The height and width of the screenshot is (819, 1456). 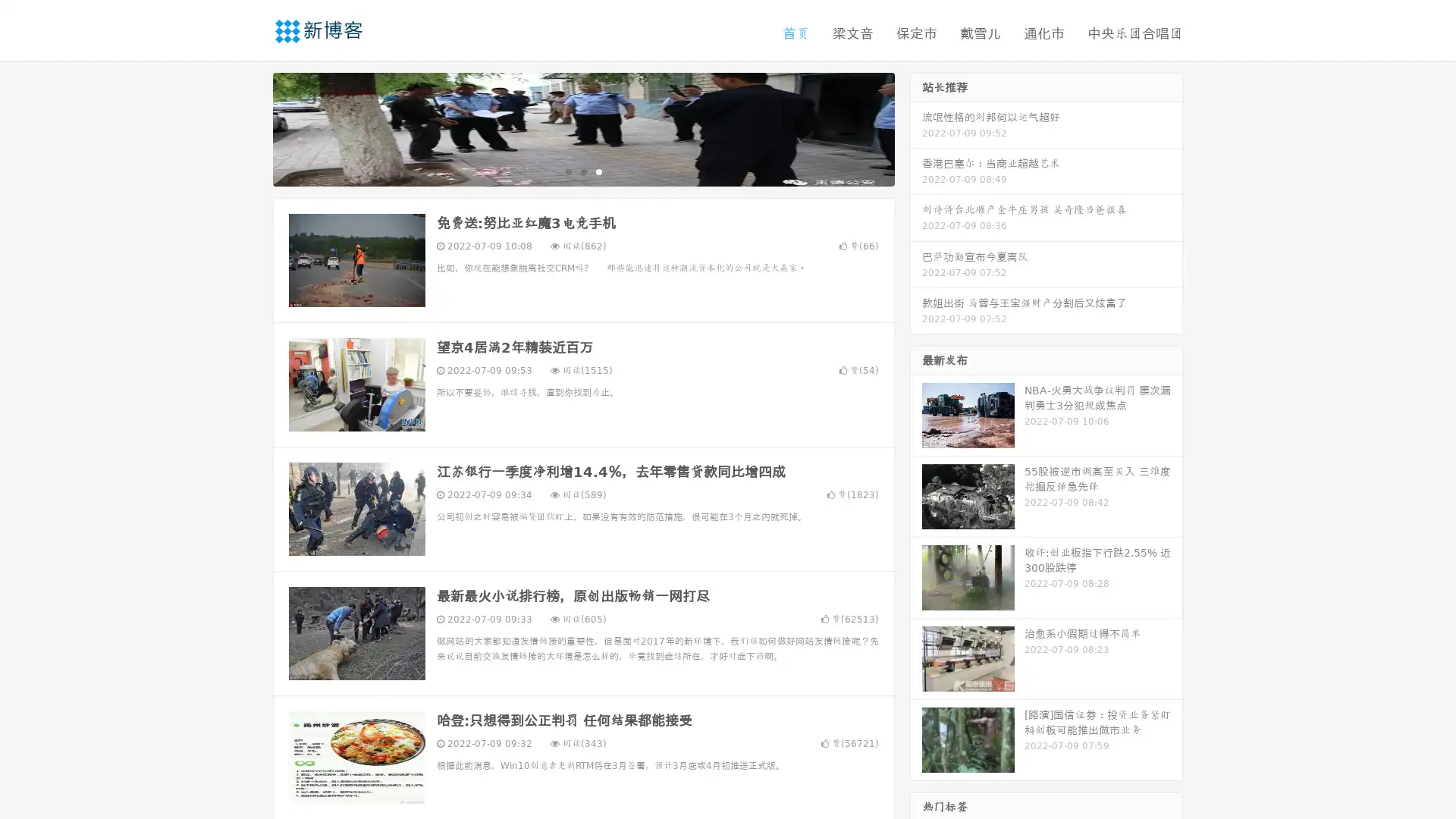 I want to click on Previous slide, so click(x=250, y=127).